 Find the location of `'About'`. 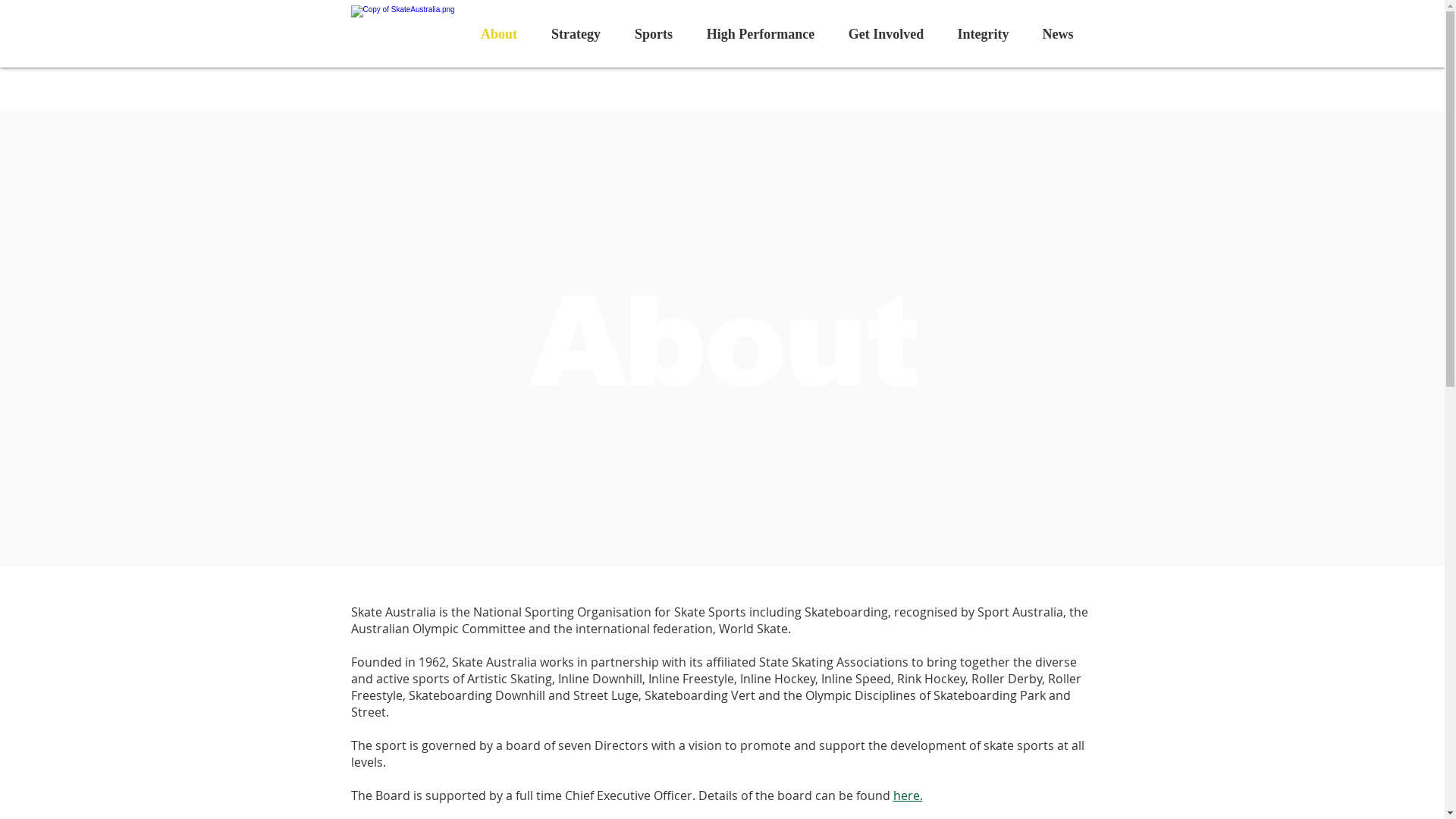

'About' is located at coordinates (499, 34).